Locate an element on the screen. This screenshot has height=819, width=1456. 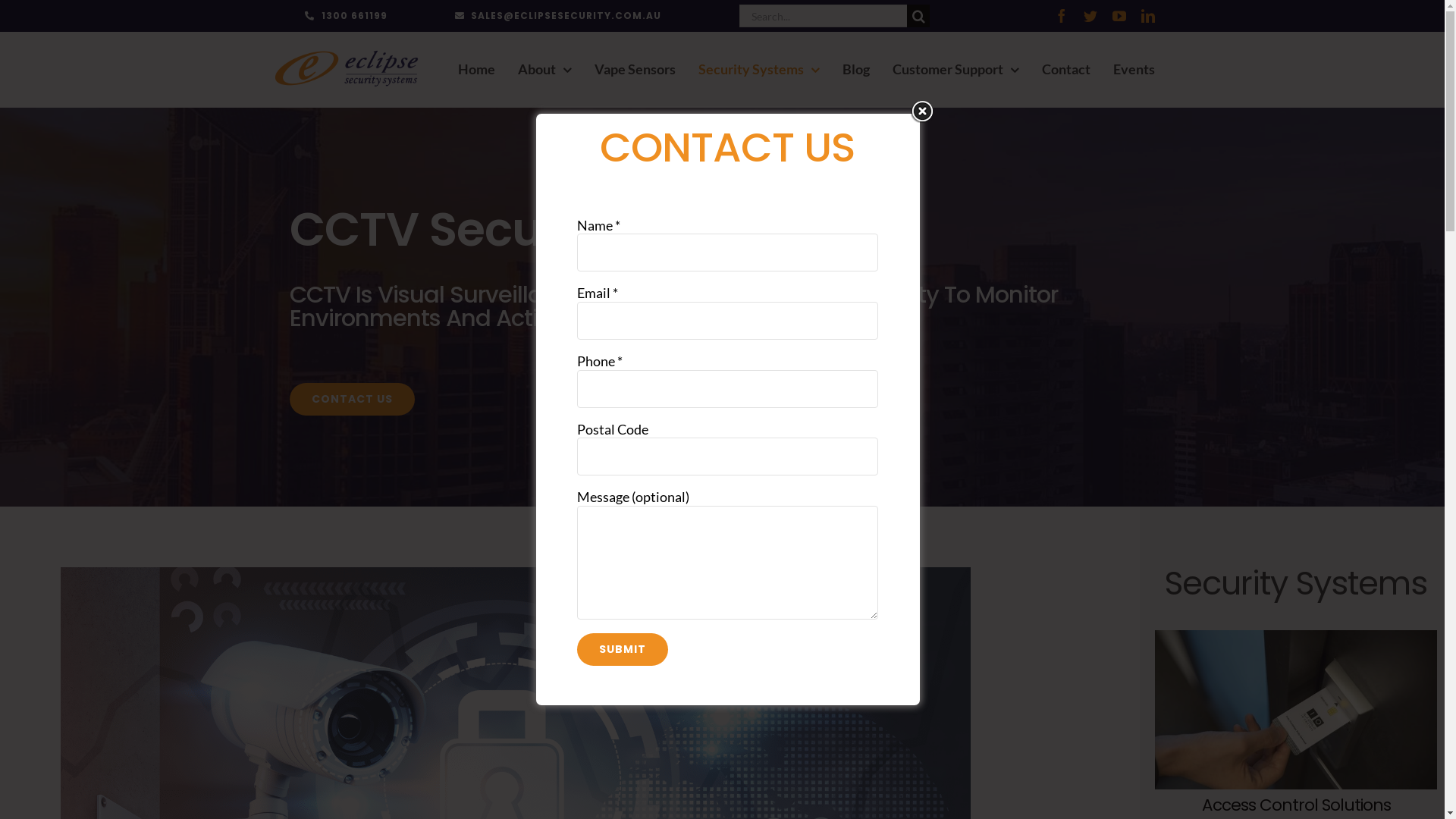
'Submit' is located at coordinates (622, 648).